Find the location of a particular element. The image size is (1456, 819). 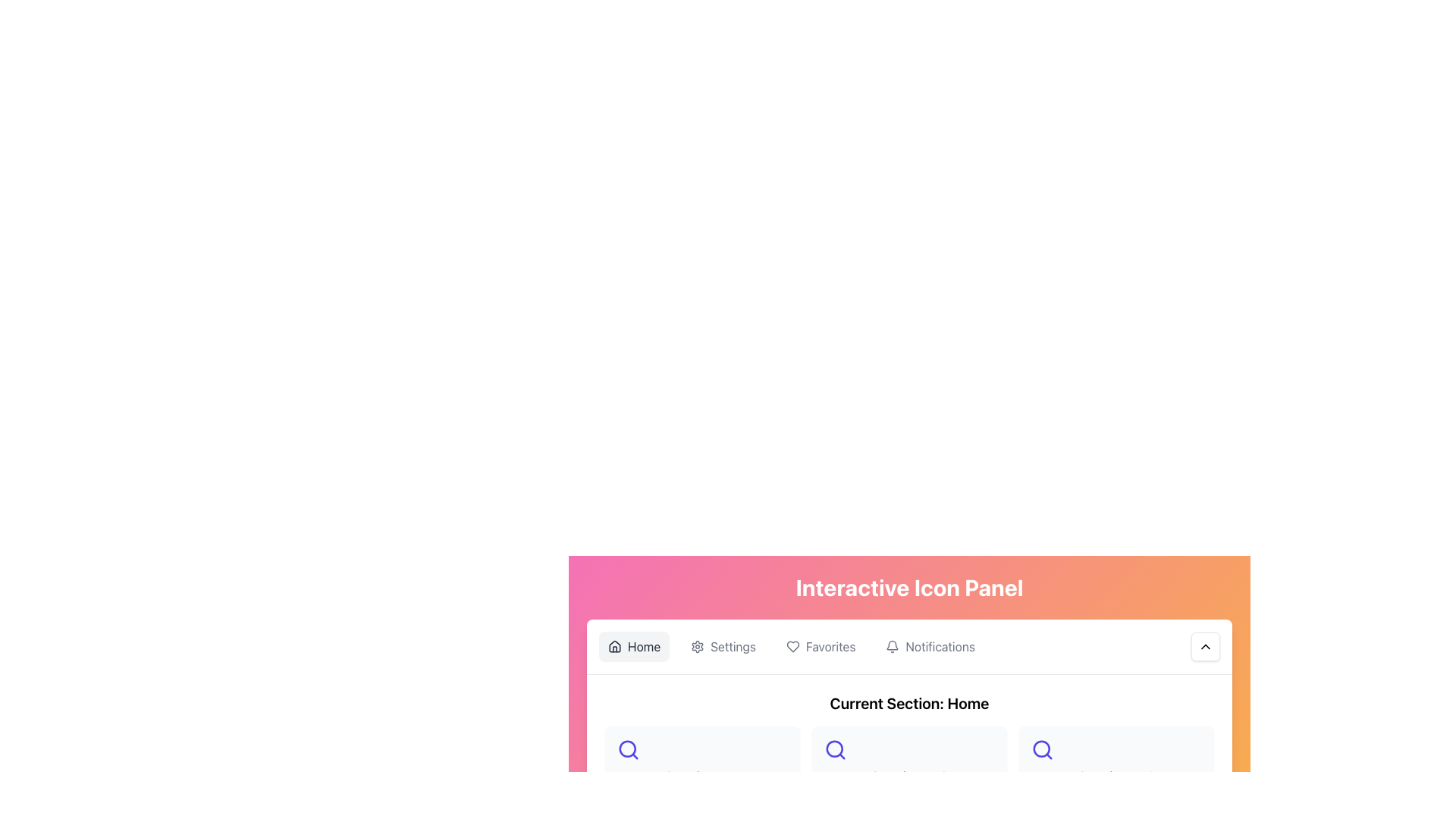

the 'House' icon, which visually represents the 'Home' section in the interface, located at the top left corner of the menu bar adjacent to the 'Home' label is located at coordinates (615, 646).